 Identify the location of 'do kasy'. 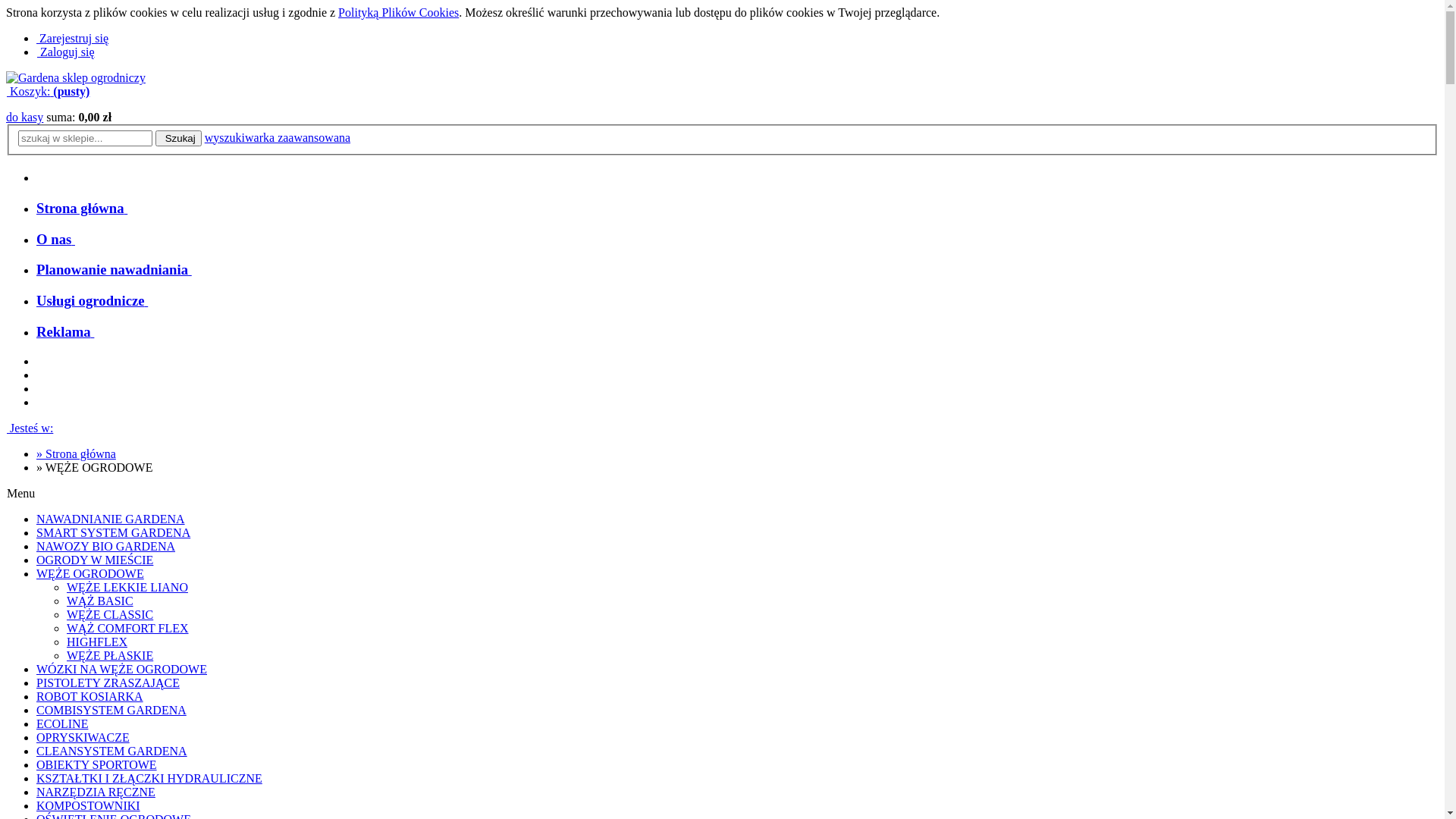
(24, 116).